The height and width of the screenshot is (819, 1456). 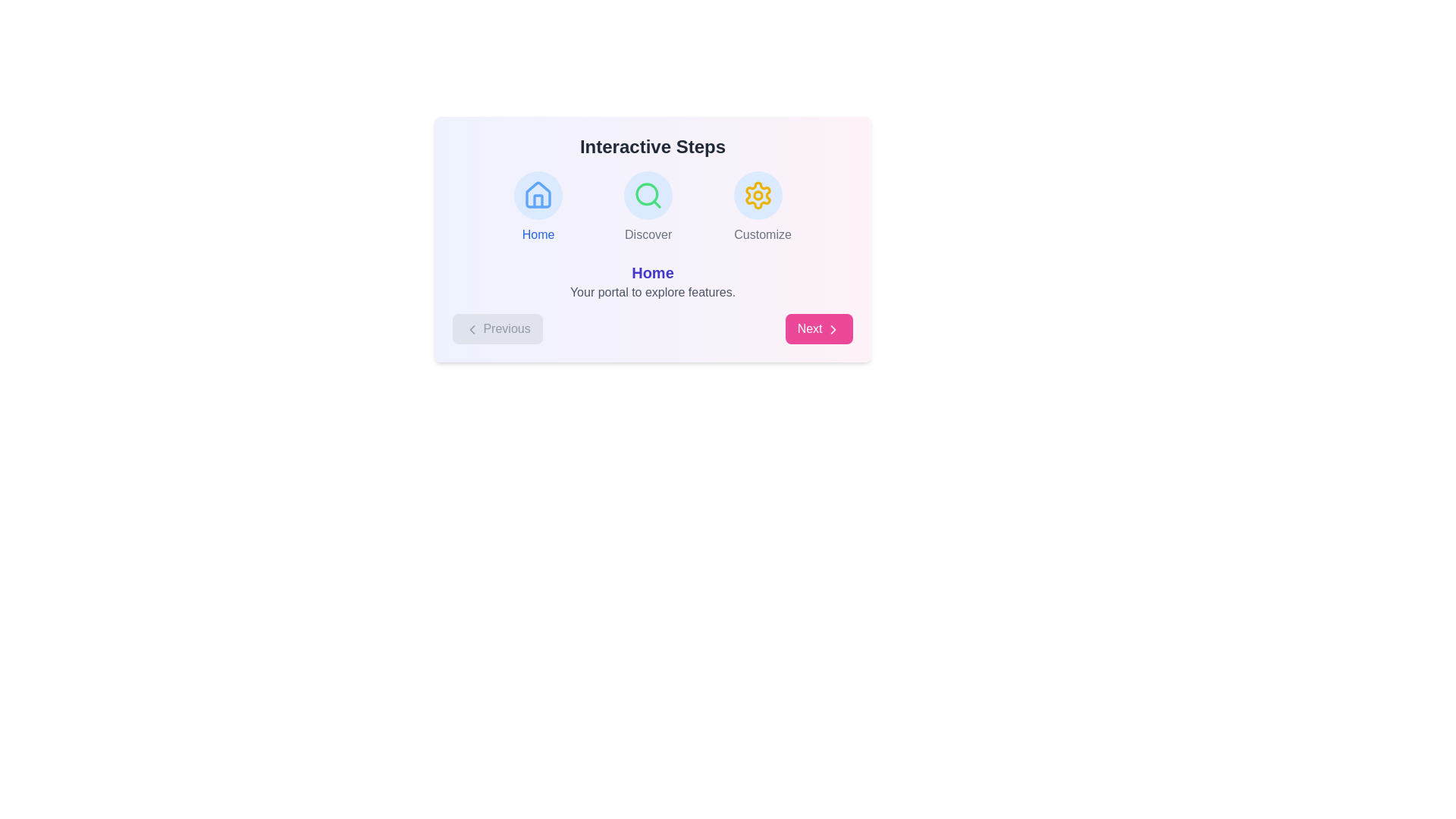 I want to click on the descriptive header section for the 'Home' feature, which is centrally aligned and located below the clickable icons and above the navigation buttons, so click(x=652, y=281).